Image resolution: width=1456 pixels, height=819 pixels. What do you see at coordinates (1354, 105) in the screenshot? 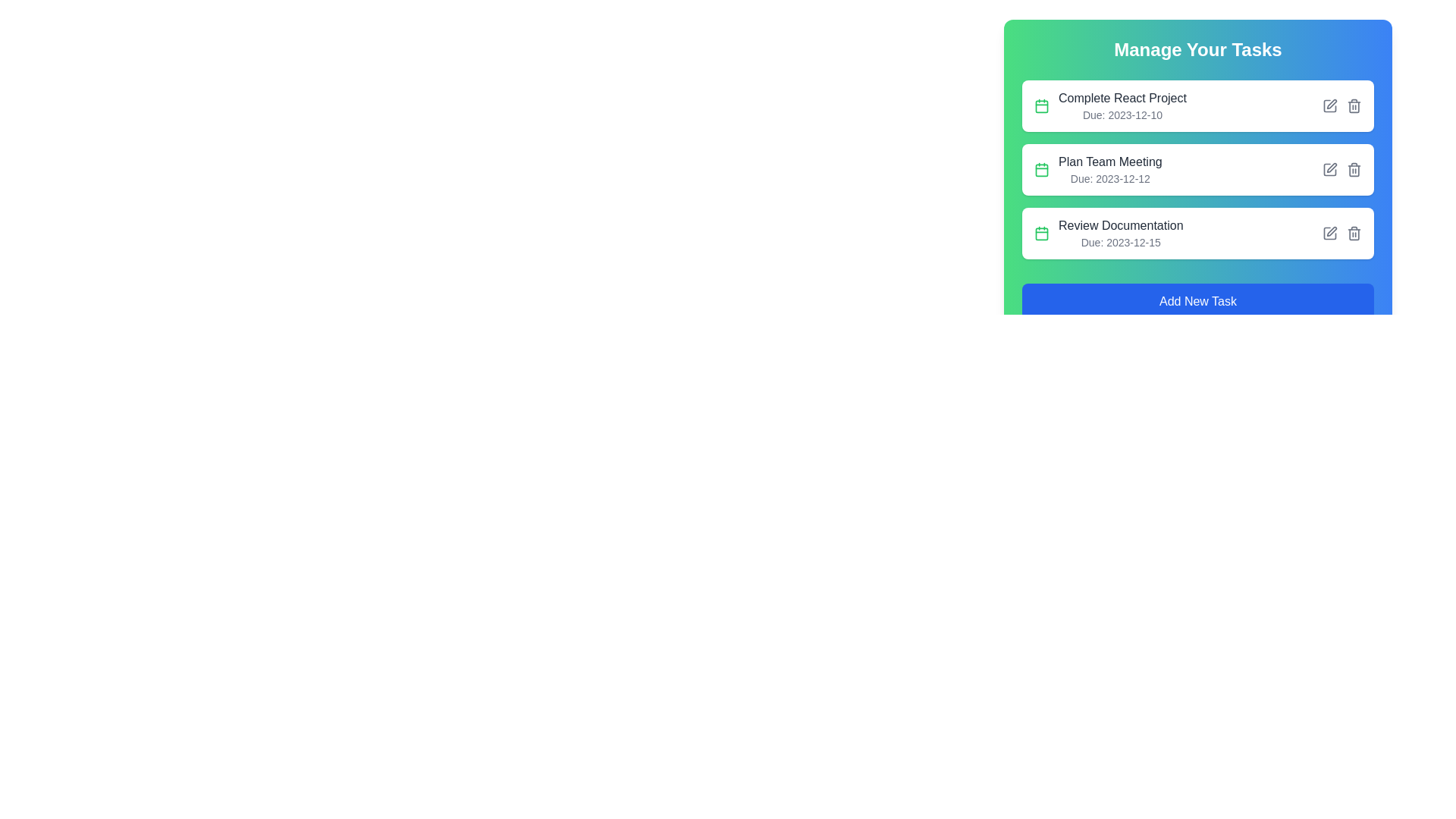
I see `the trash bin icon button, which is styled in grayscale and located at the rightmost side of the 'Complete React Project' task entry` at bounding box center [1354, 105].